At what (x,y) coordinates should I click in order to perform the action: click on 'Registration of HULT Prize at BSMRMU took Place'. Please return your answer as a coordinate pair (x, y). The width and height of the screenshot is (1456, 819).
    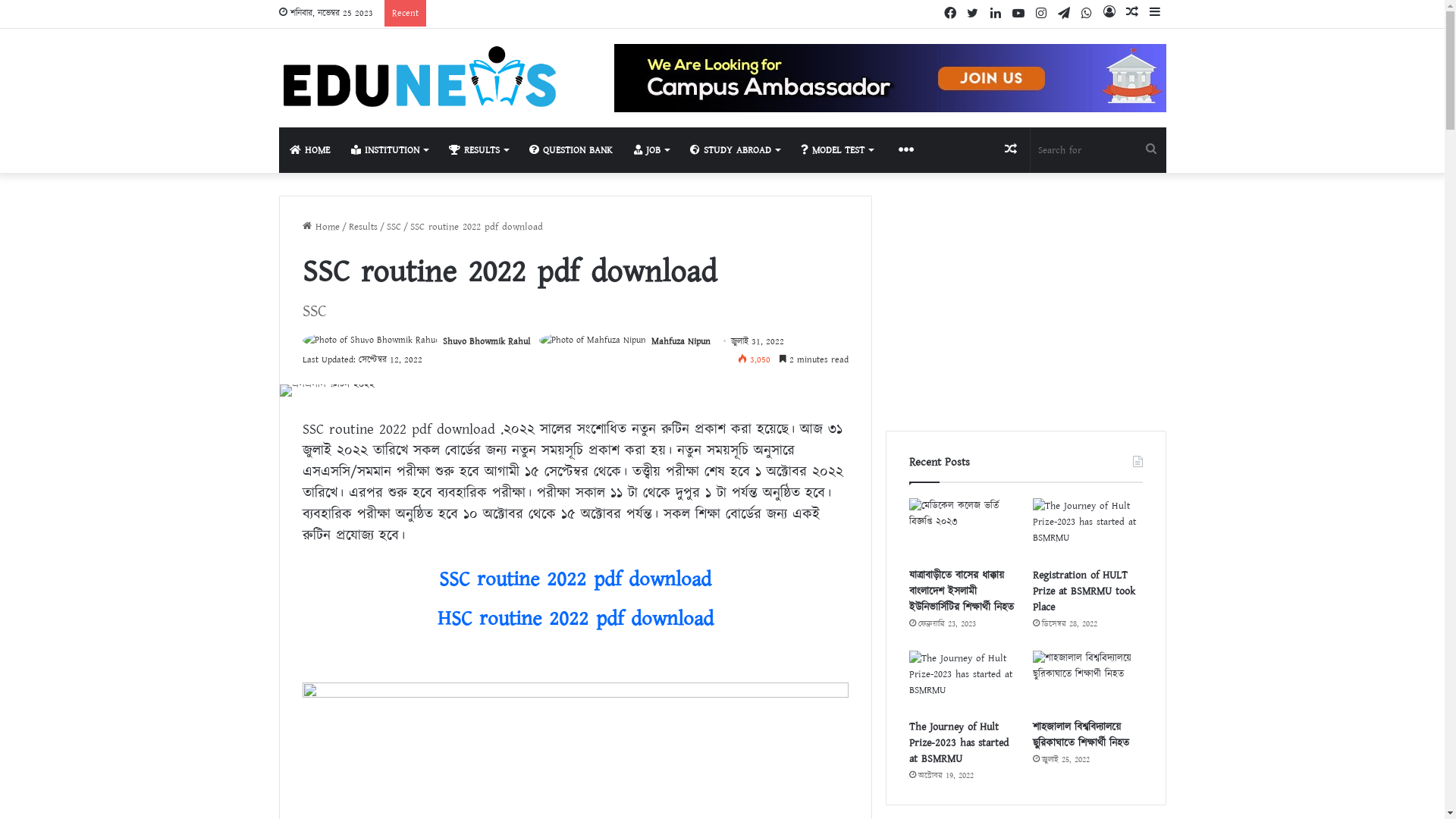
    Looking at the image, I should click on (1083, 590).